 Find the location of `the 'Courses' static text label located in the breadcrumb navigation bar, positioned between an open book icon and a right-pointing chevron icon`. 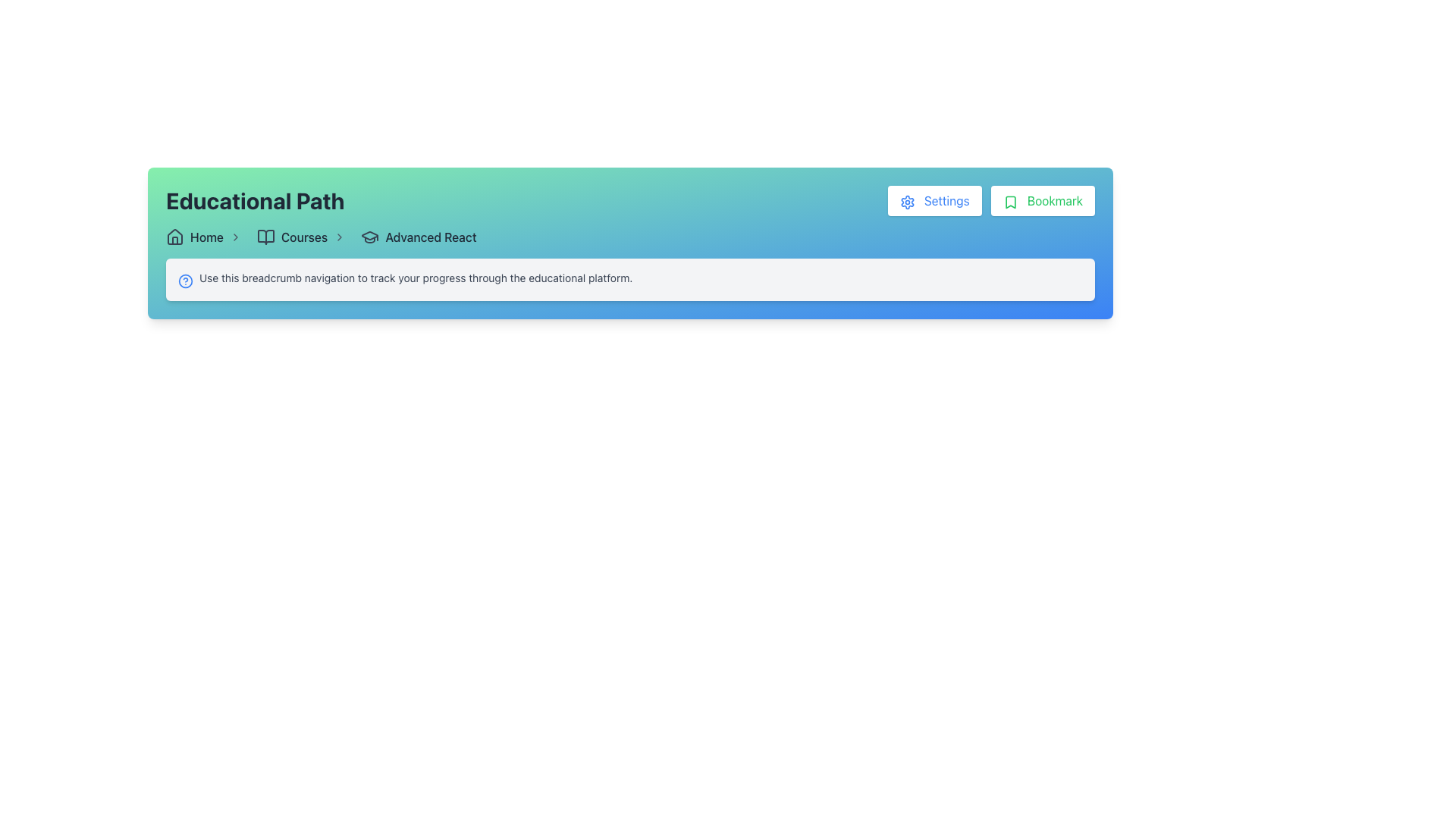

the 'Courses' static text label located in the breadcrumb navigation bar, positioned between an open book icon and a right-pointing chevron icon is located at coordinates (303, 237).